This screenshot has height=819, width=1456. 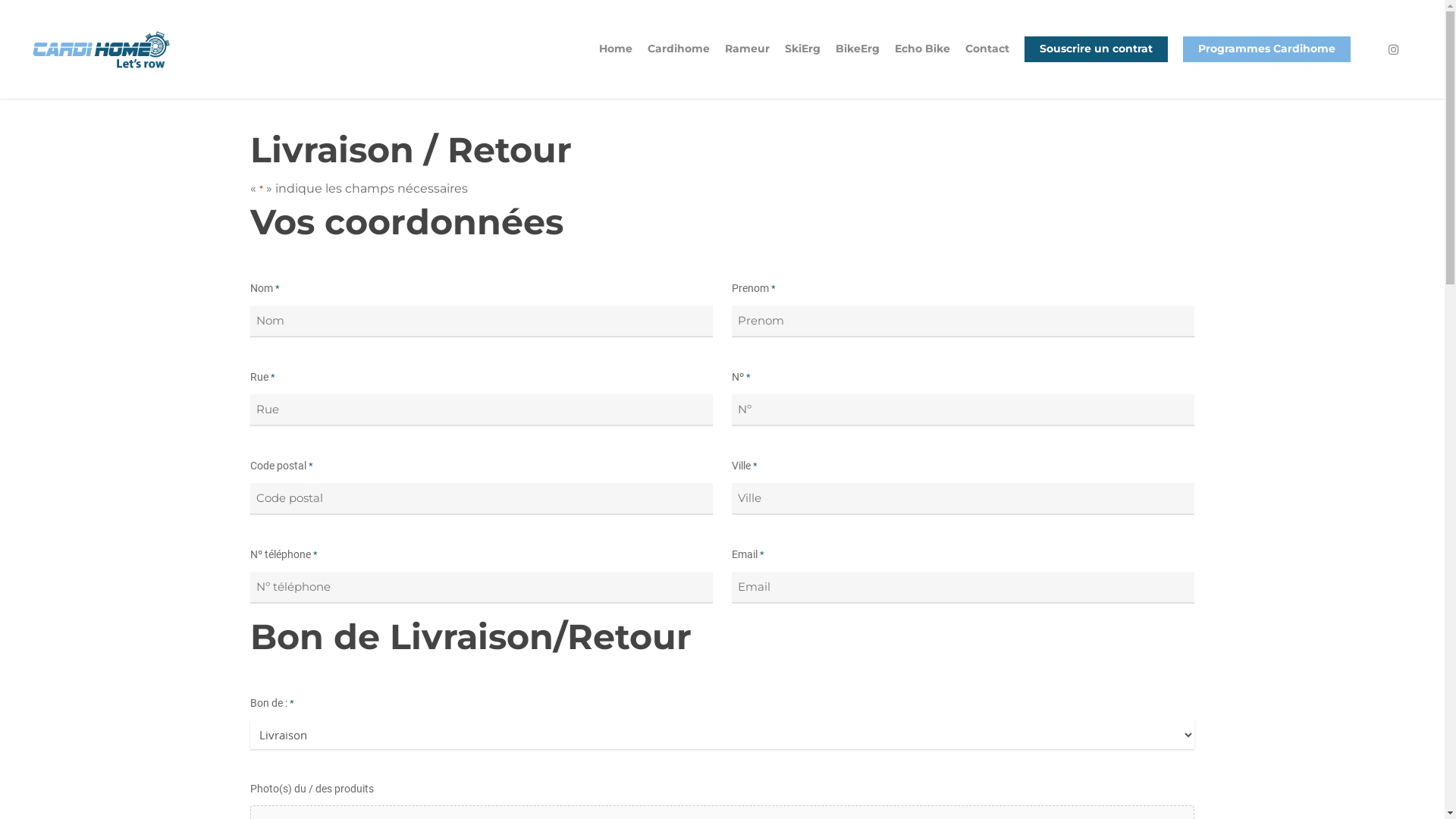 What do you see at coordinates (1096, 58) in the screenshot?
I see `'Souscrire un contrat'` at bounding box center [1096, 58].